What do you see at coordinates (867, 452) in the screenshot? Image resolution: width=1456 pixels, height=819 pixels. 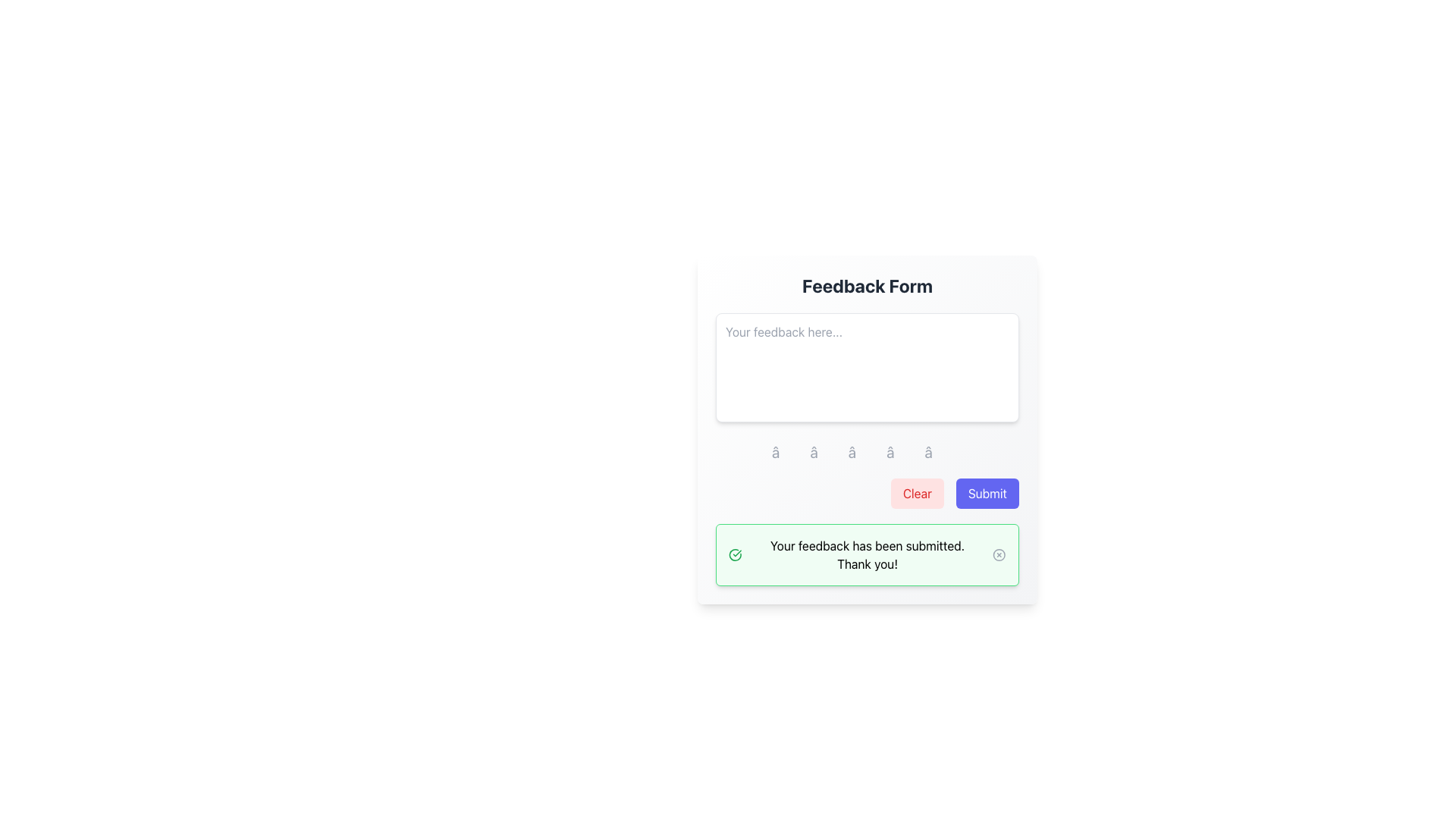 I see `one of the five star icons in the Rating control` at bounding box center [867, 452].